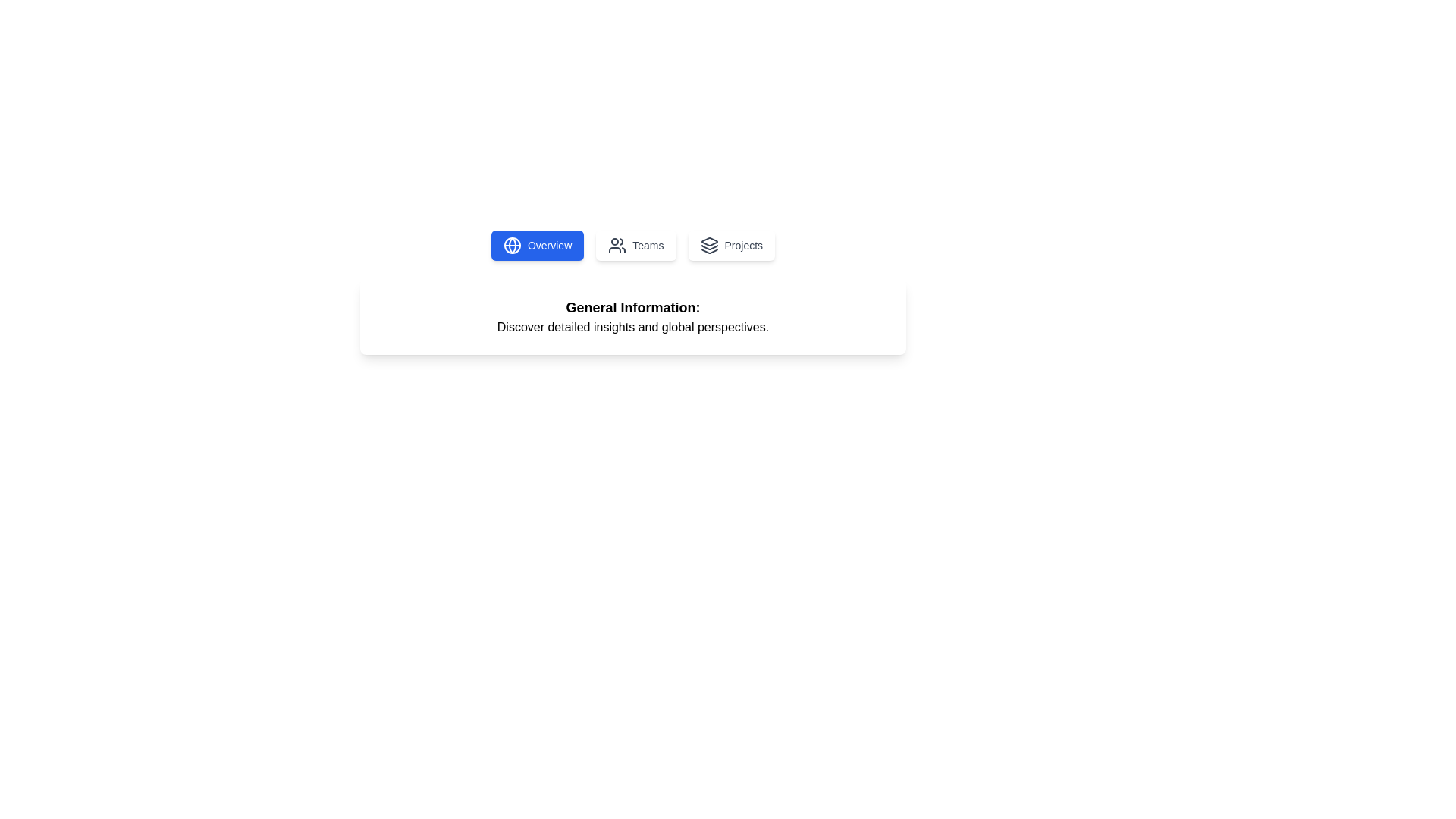  What do you see at coordinates (635, 245) in the screenshot?
I see `the 'Teams' navigation button` at bounding box center [635, 245].